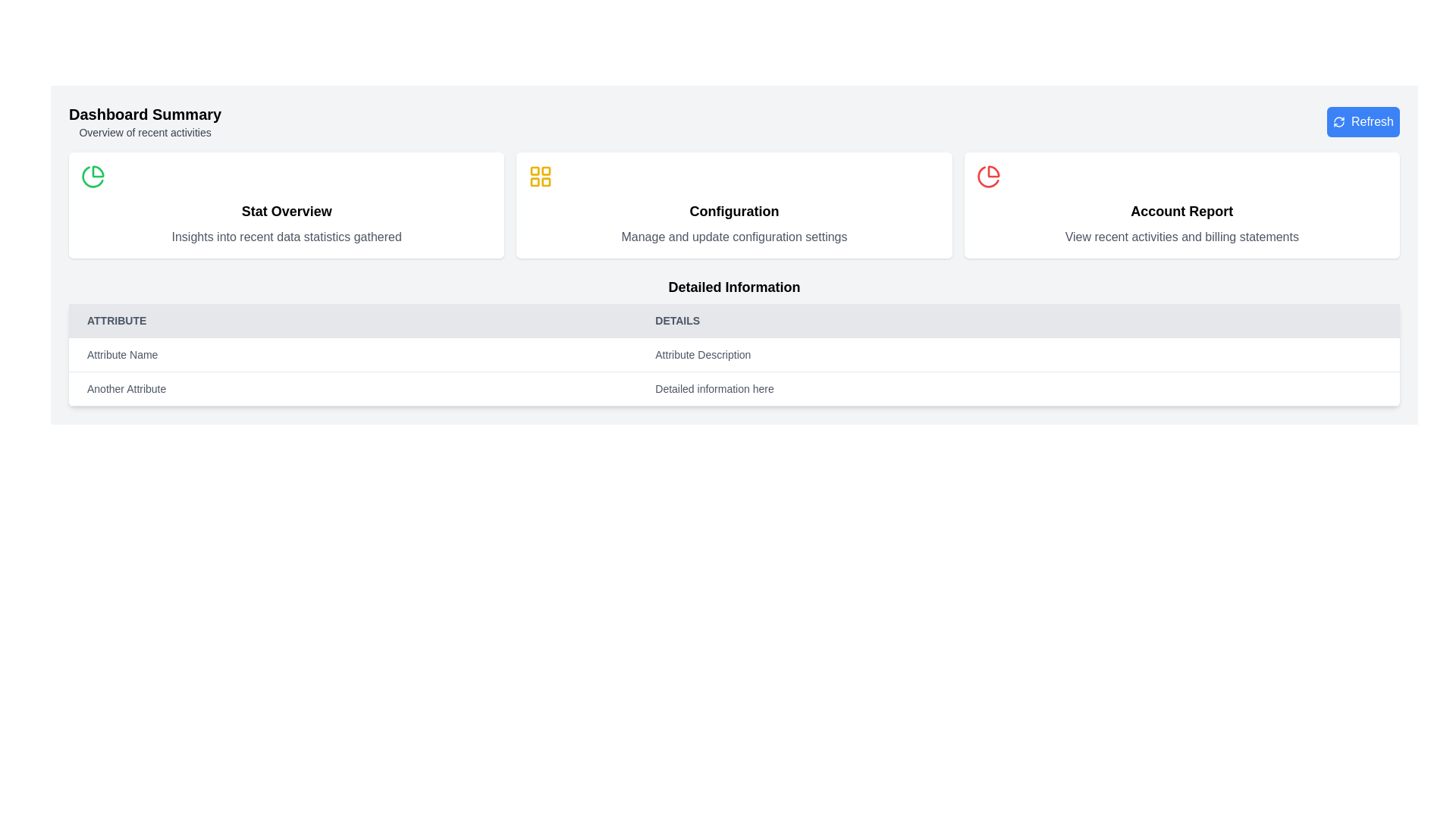 The height and width of the screenshot is (819, 1456). What do you see at coordinates (1363, 121) in the screenshot?
I see `the refresh button located in the top-right corner of the dashboard` at bounding box center [1363, 121].